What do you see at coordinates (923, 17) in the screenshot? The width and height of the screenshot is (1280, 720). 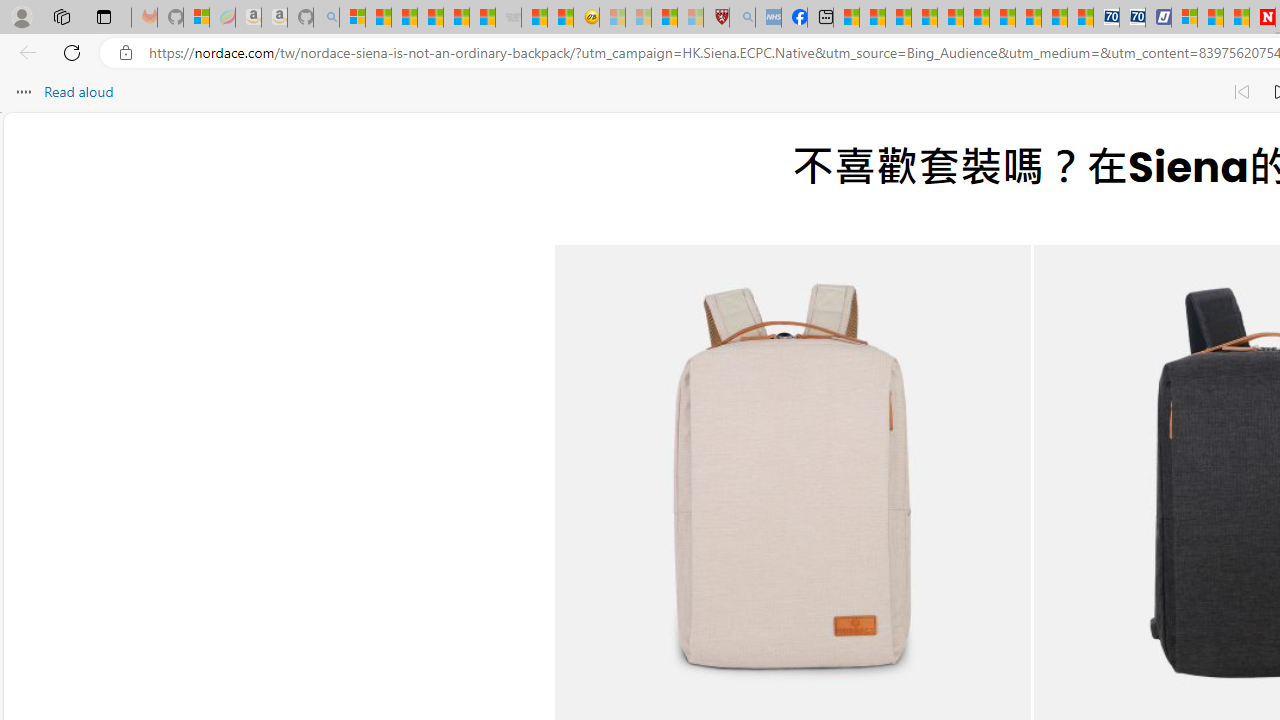 I see `'Climate Damage Becomes Too Severe To Reverse'` at bounding box center [923, 17].